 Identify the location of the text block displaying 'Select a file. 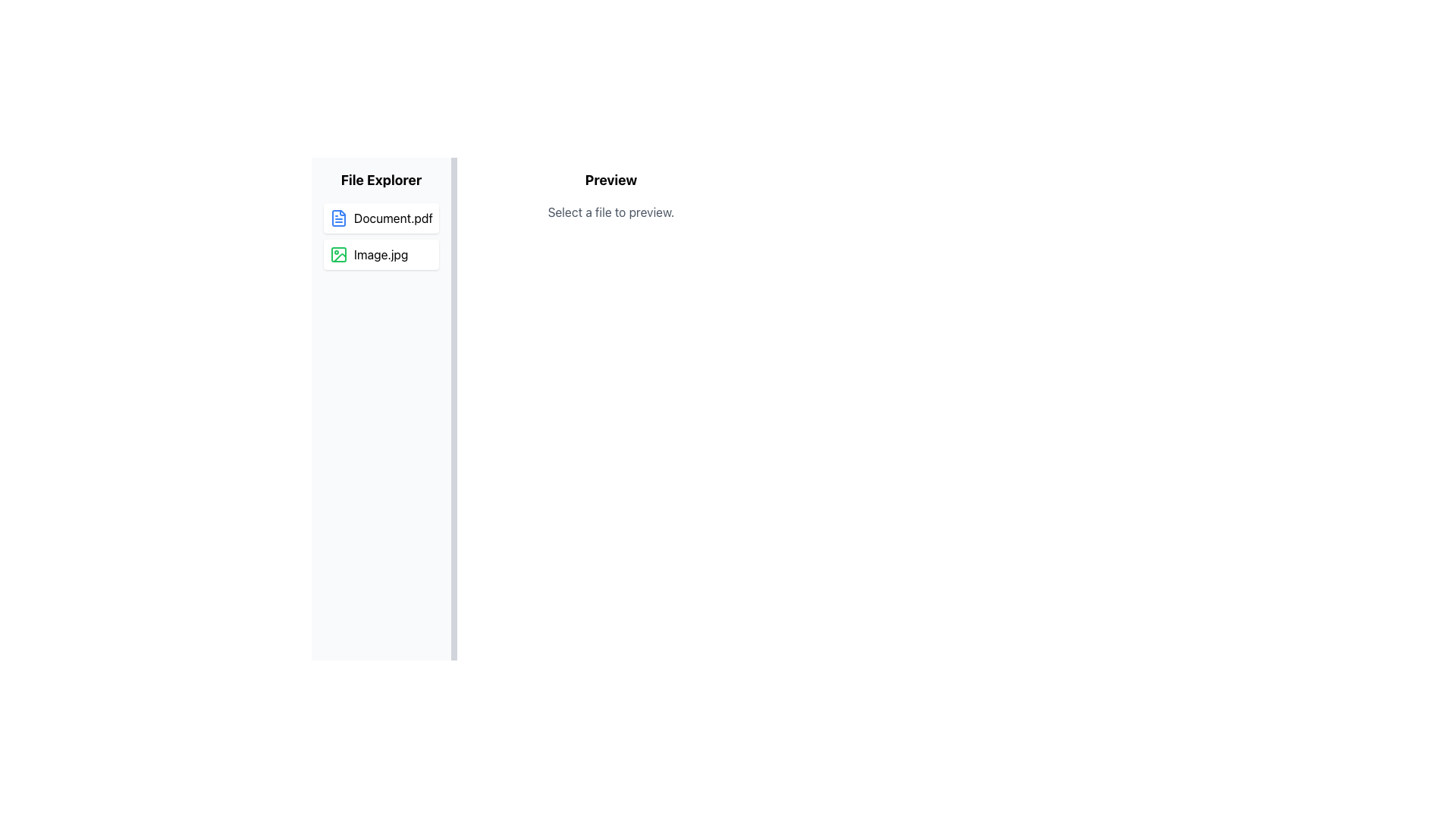
(611, 212).